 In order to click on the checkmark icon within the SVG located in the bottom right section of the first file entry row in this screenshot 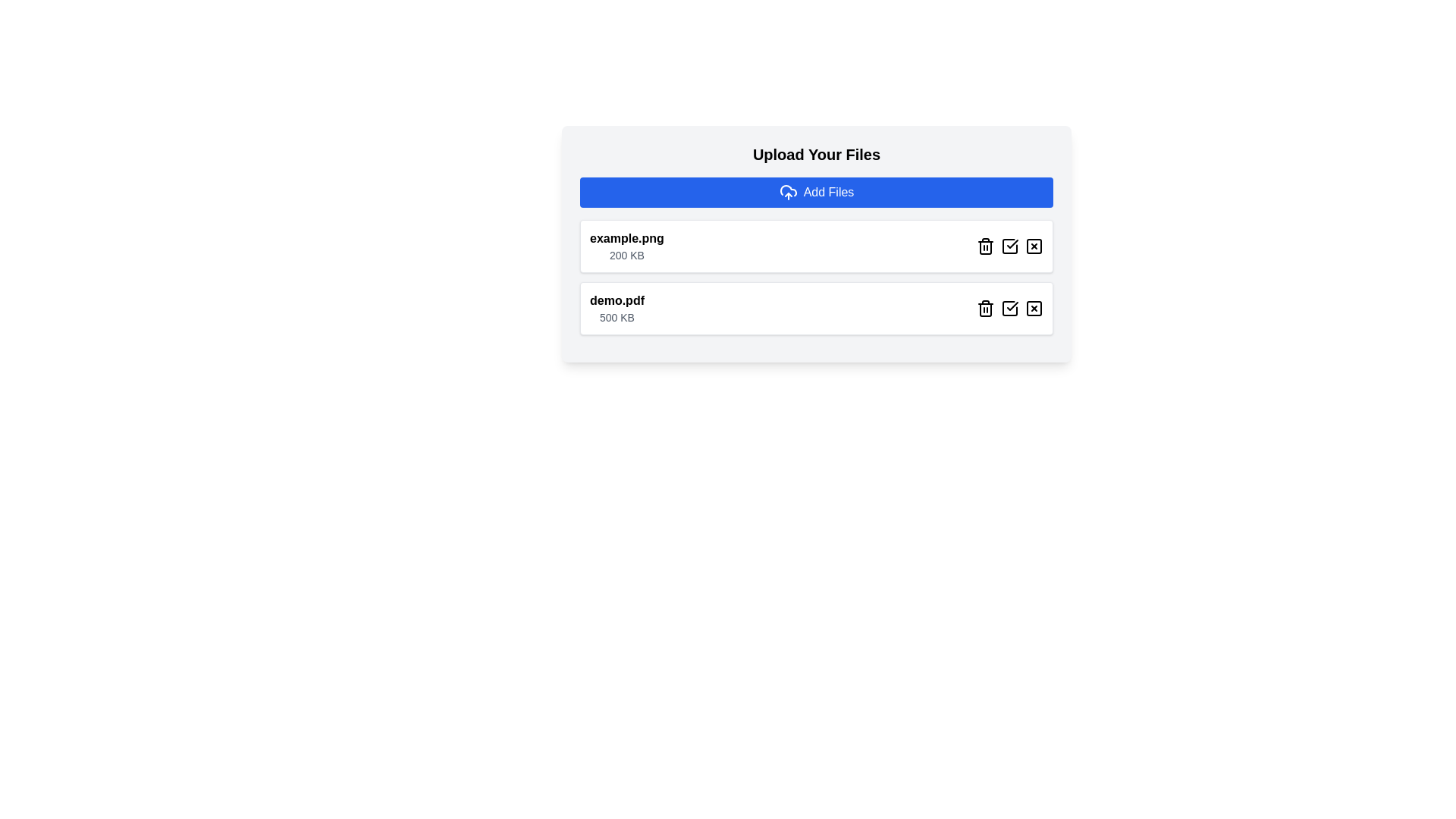, I will do `click(1012, 243)`.